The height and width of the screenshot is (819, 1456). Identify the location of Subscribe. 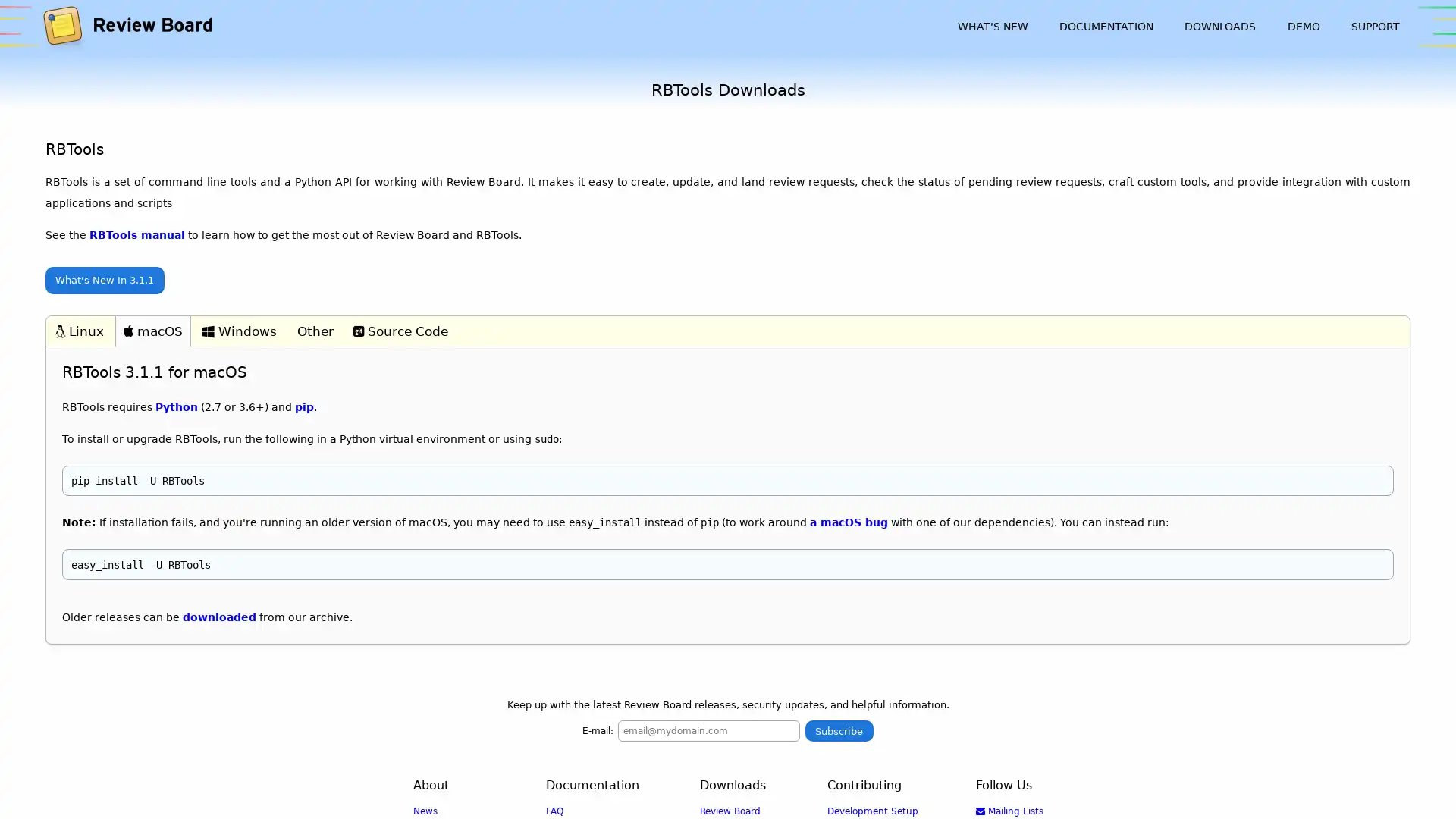
(838, 730).